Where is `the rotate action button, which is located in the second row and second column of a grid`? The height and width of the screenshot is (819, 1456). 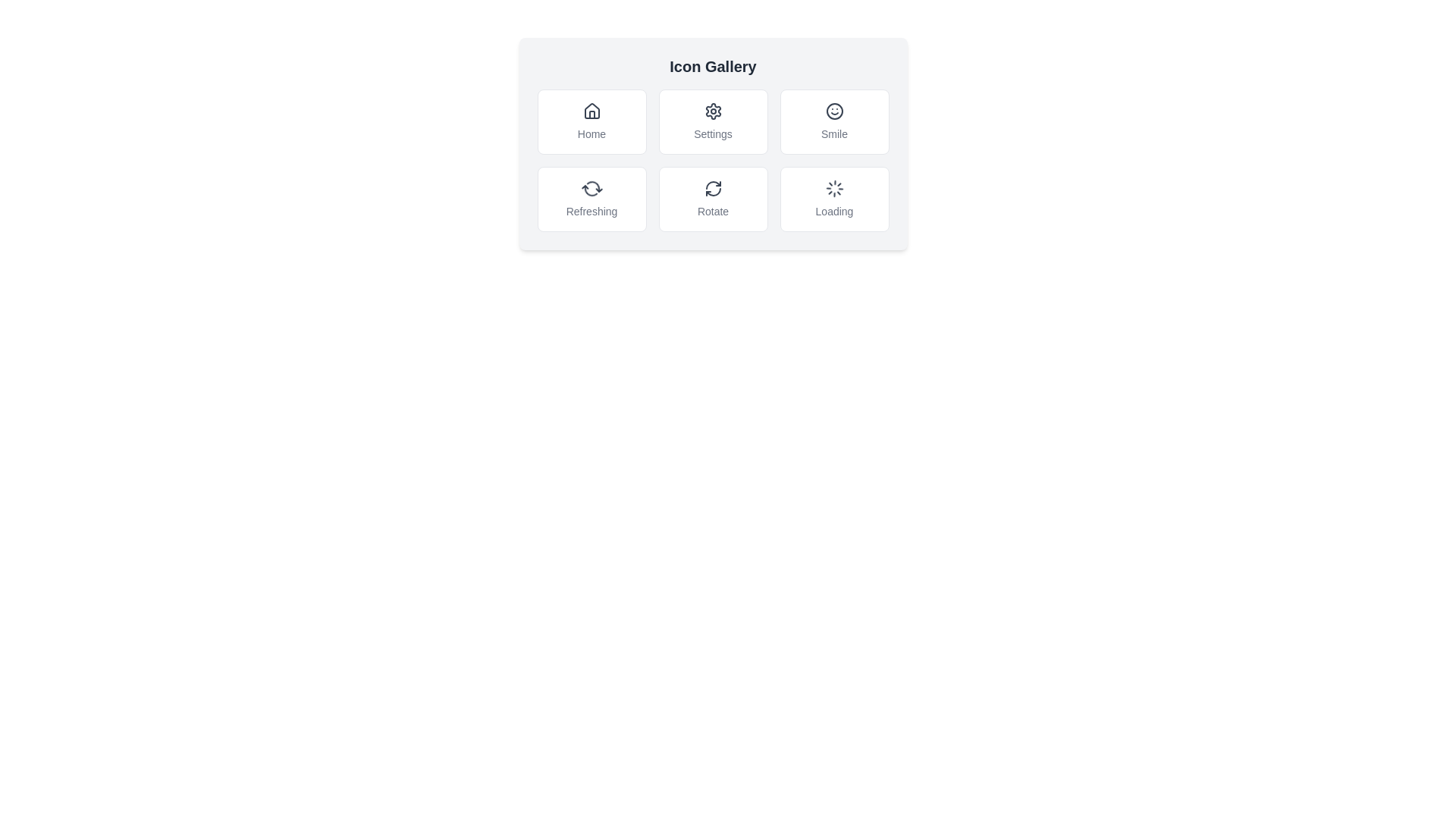 the rotate action button, which is located in the second row and second column of a grid is located at coordinates (712, 198).